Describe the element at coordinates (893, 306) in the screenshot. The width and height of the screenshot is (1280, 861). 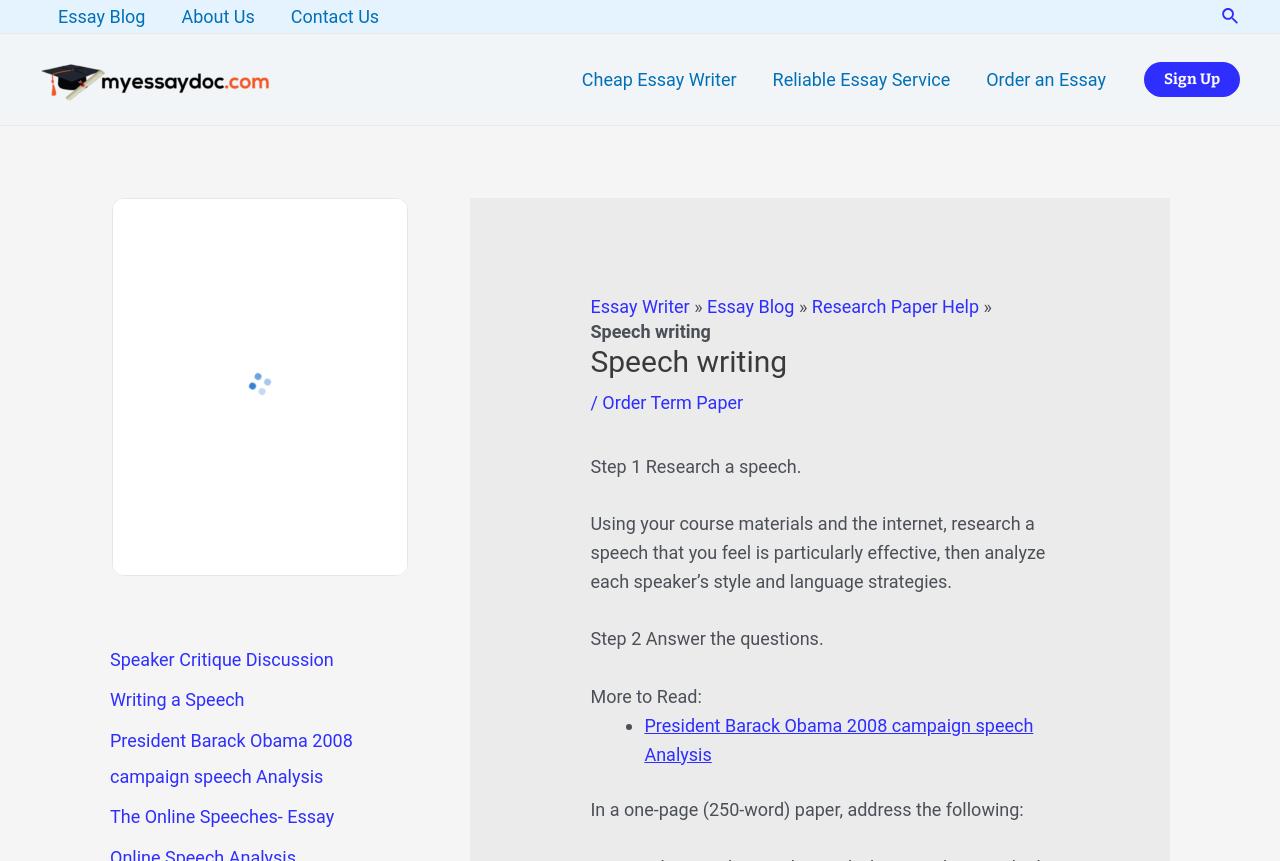
I see `'Research Paper Help'` at that location.